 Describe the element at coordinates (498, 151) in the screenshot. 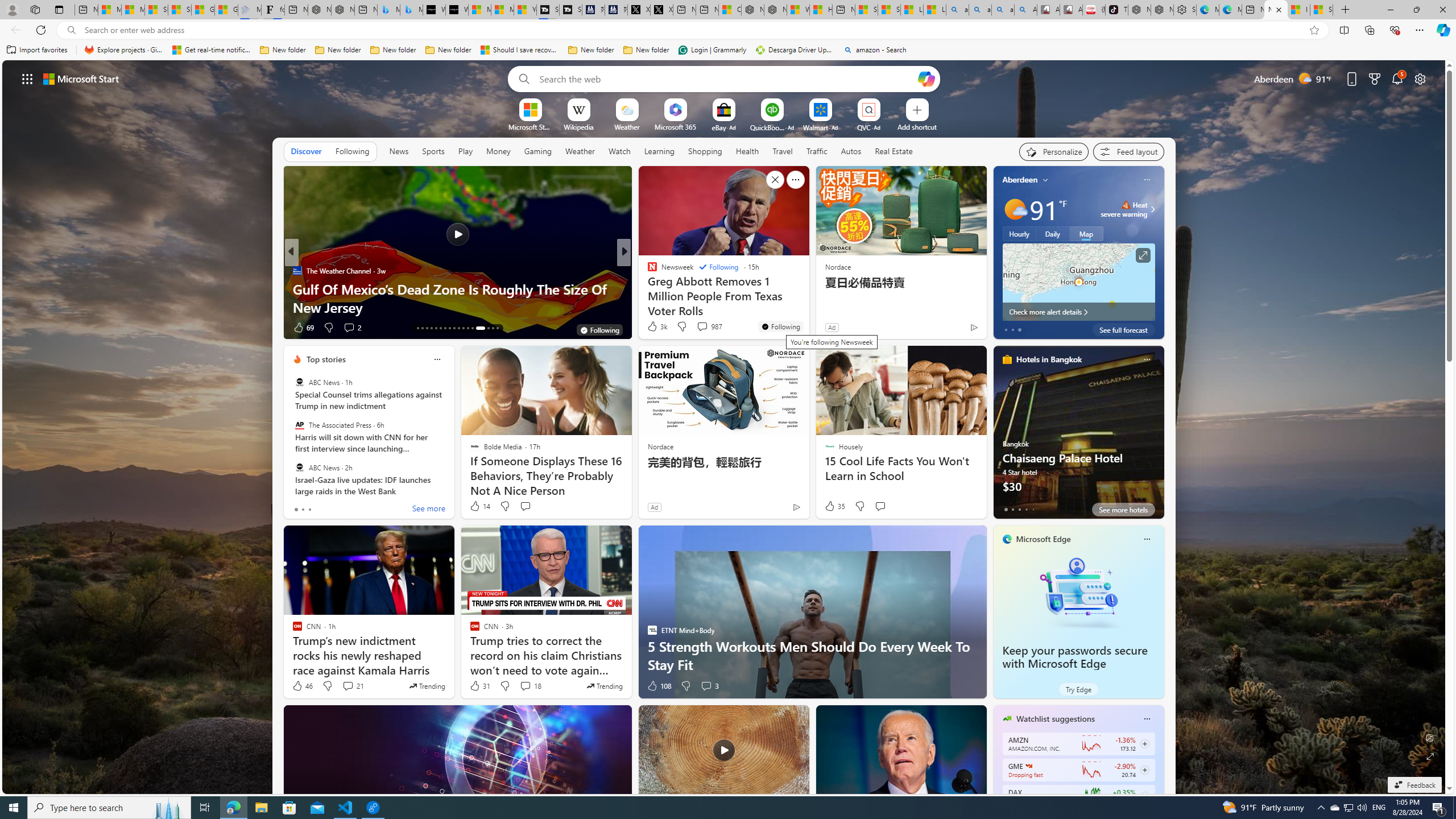

I see `'Money'` at that location.